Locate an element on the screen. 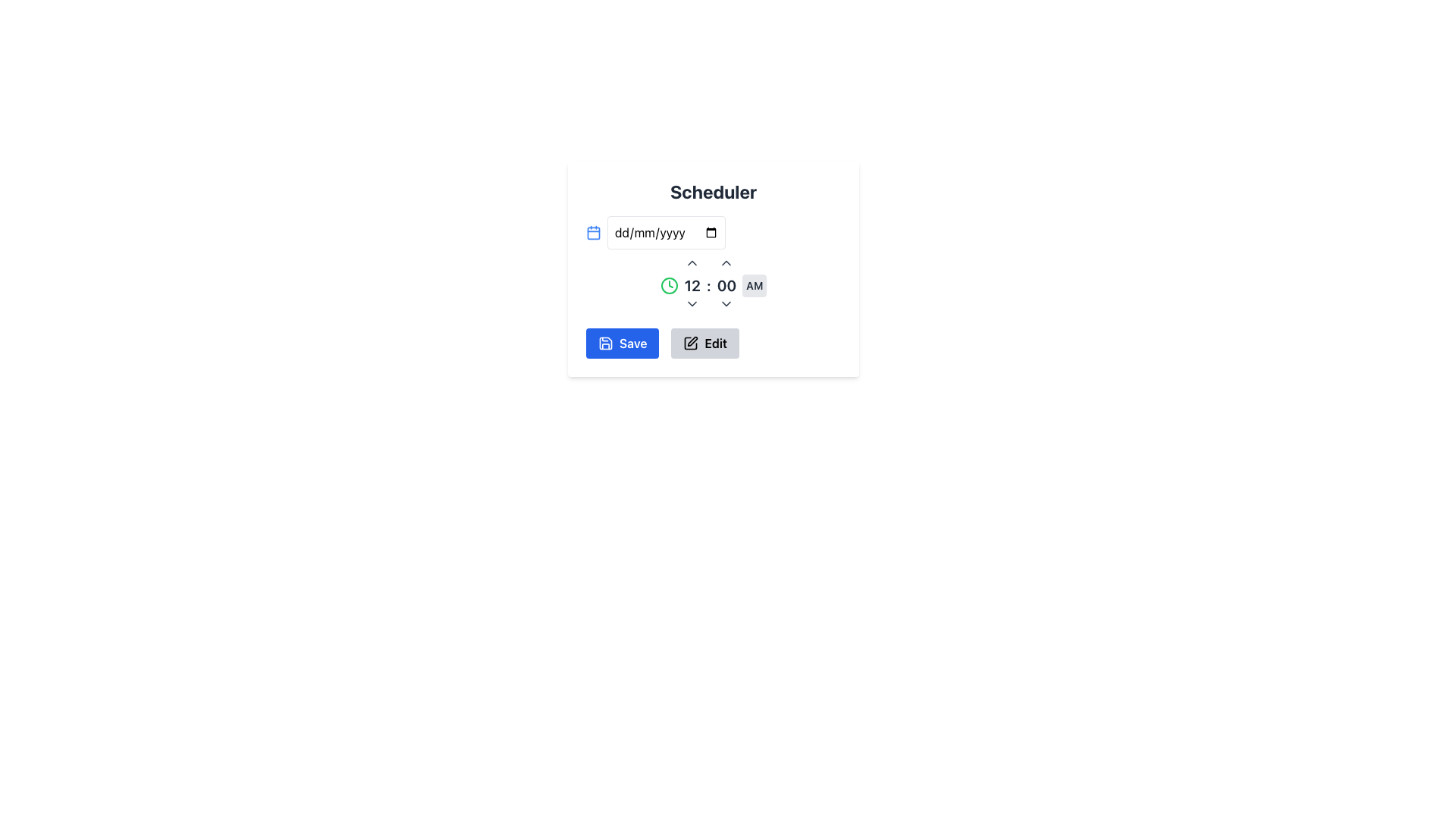  the interactive button that increments the numeric value displayed beneath it is located at coordinates (692, 262).